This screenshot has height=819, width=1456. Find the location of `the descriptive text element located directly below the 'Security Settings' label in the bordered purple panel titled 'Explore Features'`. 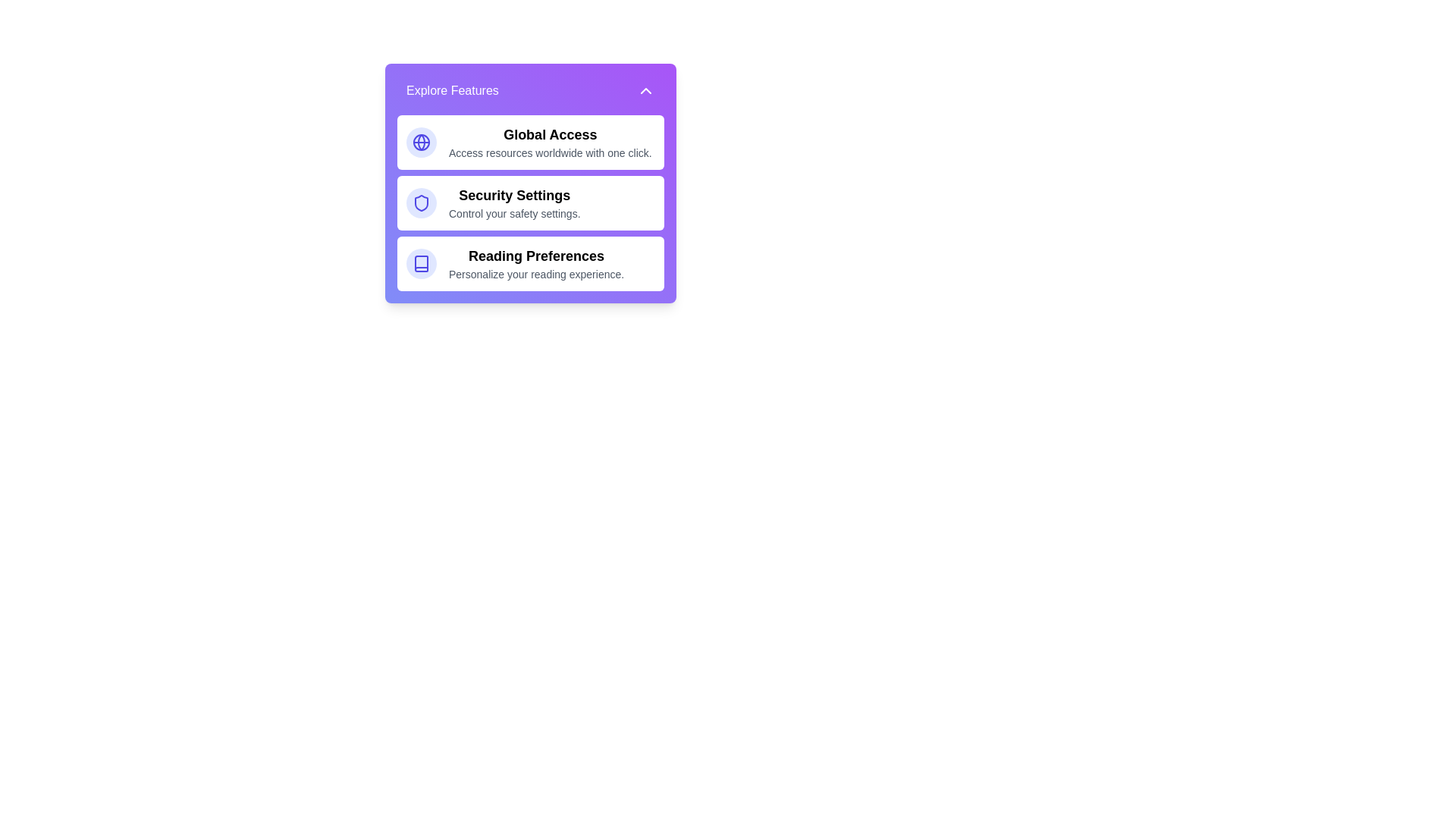

the descriptive text element located directly below the 'Security Settings' label in the bordered purple panel titled 'Explore Features' is located at coordinates (514, 213).